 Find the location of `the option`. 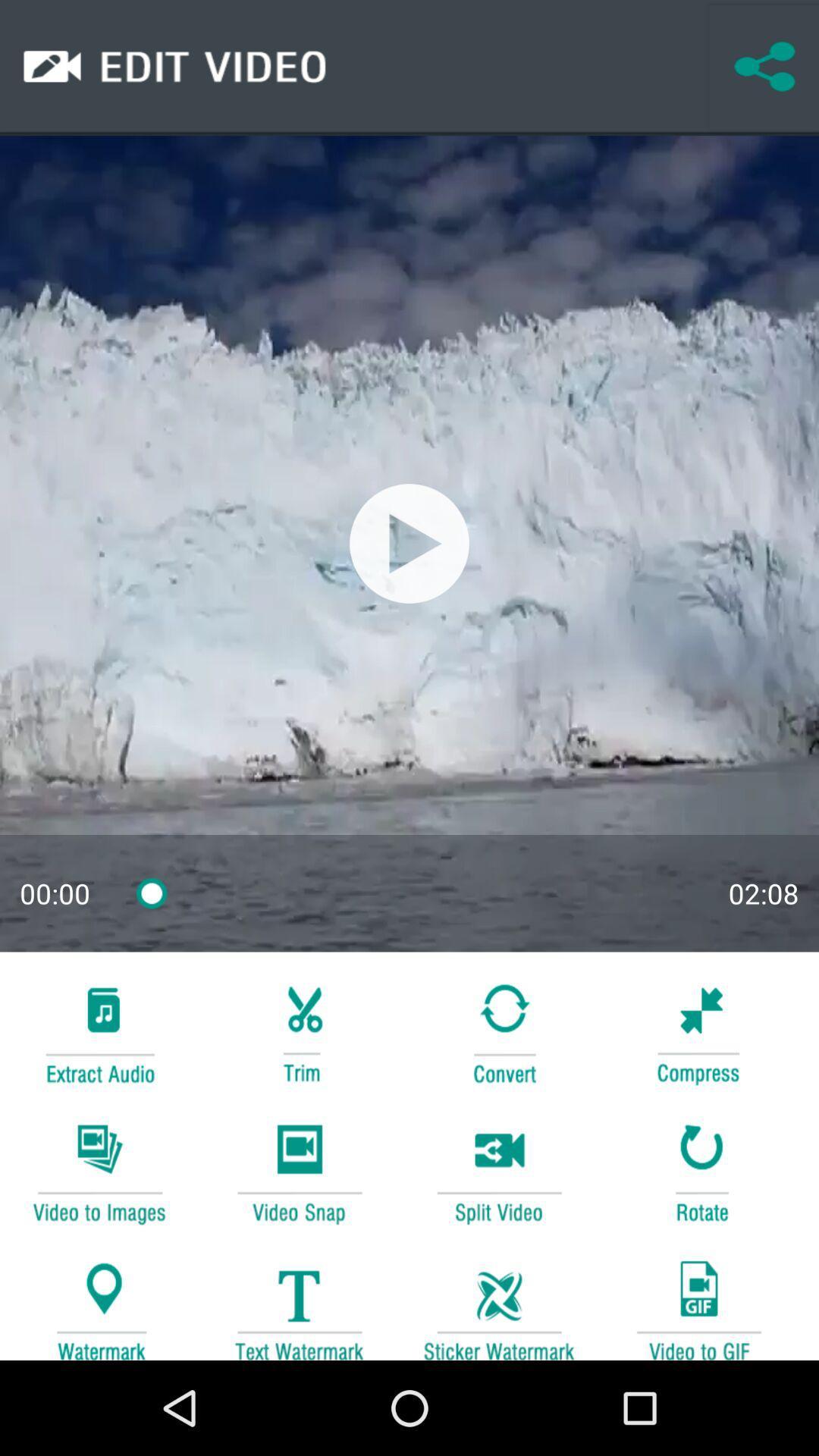

the option is located at coordinates (409, 543).